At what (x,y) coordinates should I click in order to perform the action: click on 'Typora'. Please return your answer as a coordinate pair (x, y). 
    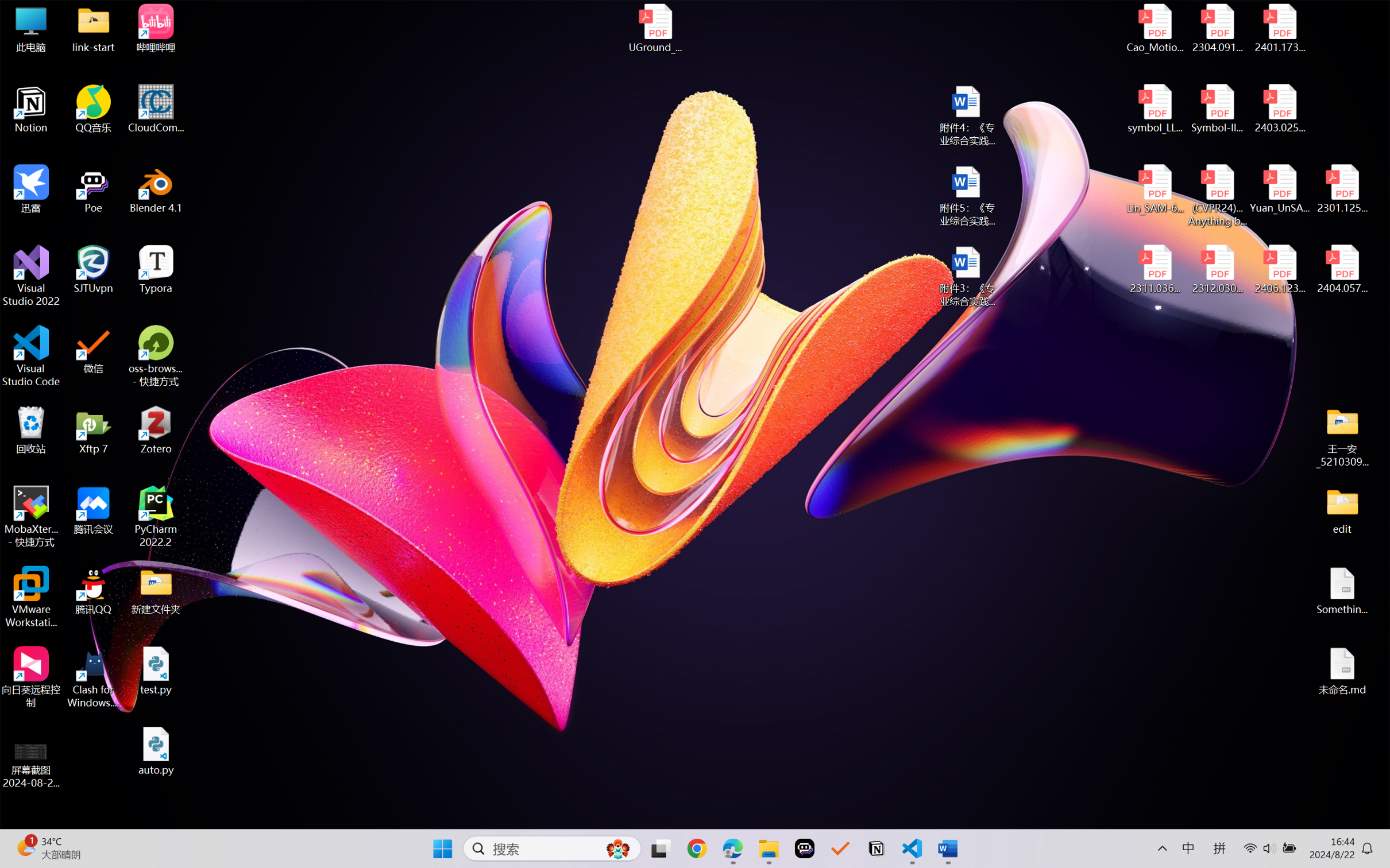
    Looking at the image, I should click on (156, 269).